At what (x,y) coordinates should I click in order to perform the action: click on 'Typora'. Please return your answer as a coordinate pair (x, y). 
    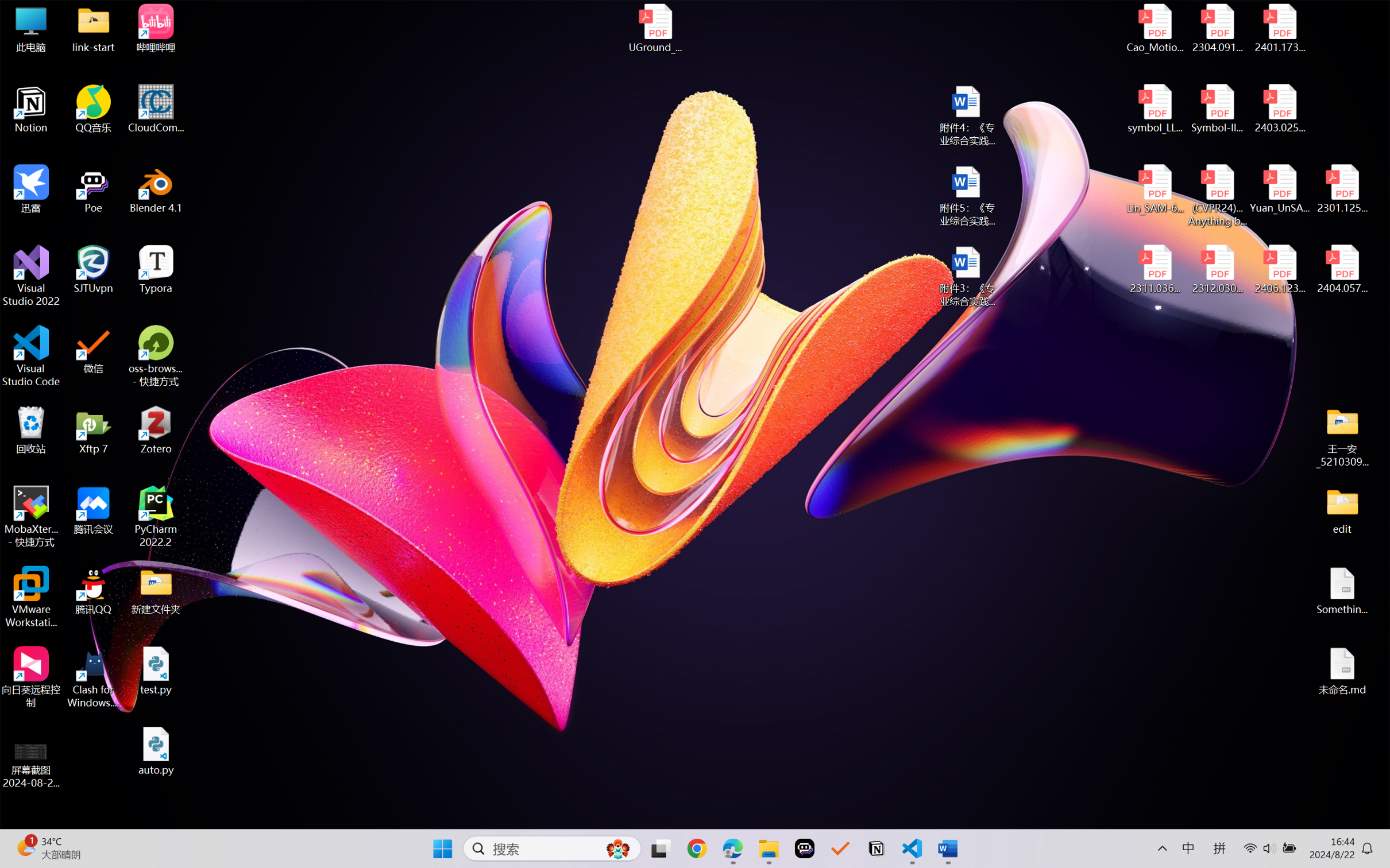
    Looking at the image, I should click on (156, 269).